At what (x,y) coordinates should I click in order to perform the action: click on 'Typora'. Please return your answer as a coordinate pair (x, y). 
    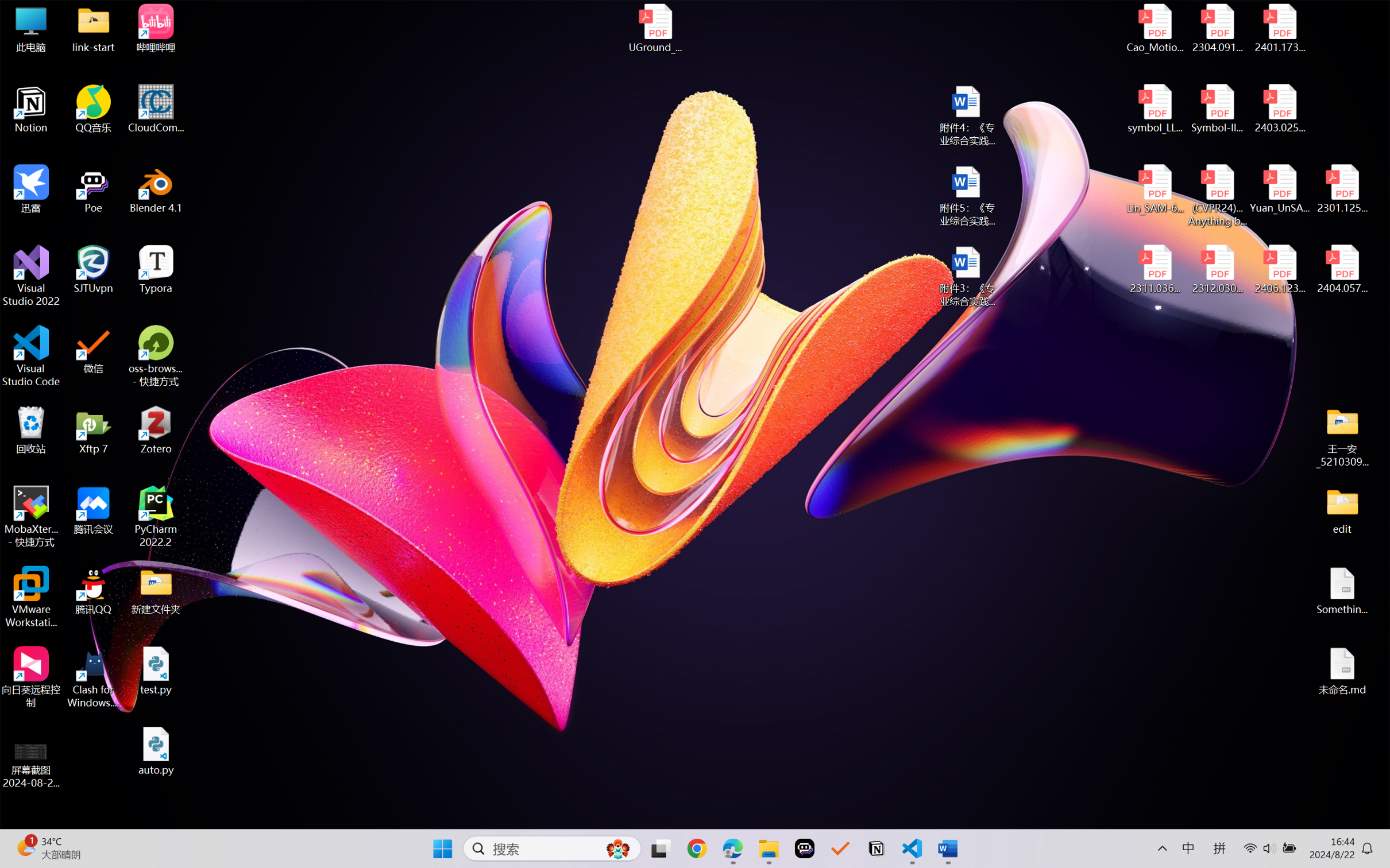
    Looking at the image, I should click on (156, 269).